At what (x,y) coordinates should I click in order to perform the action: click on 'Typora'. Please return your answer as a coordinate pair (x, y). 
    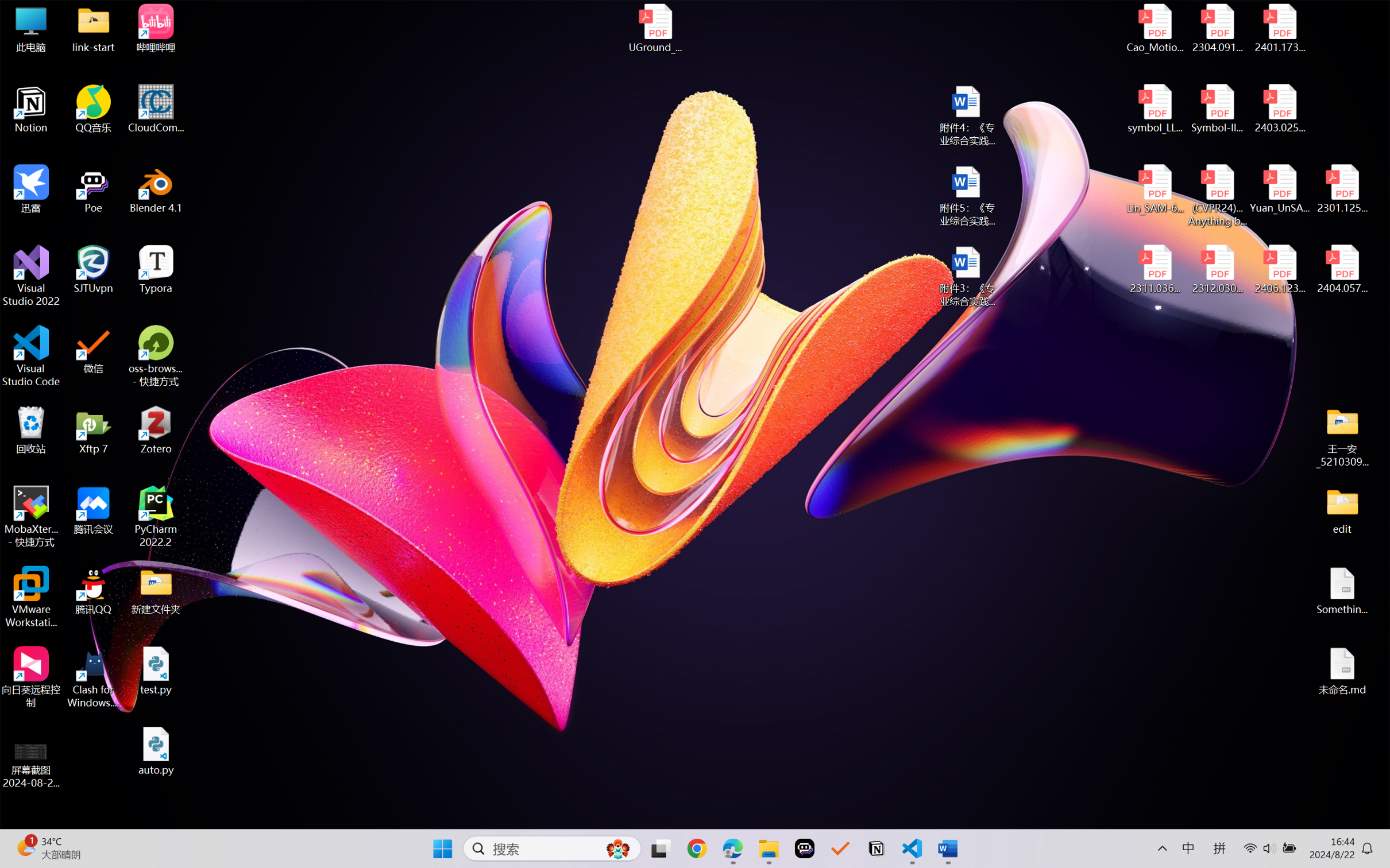
    Looking at the image, I should click on (156, 269).